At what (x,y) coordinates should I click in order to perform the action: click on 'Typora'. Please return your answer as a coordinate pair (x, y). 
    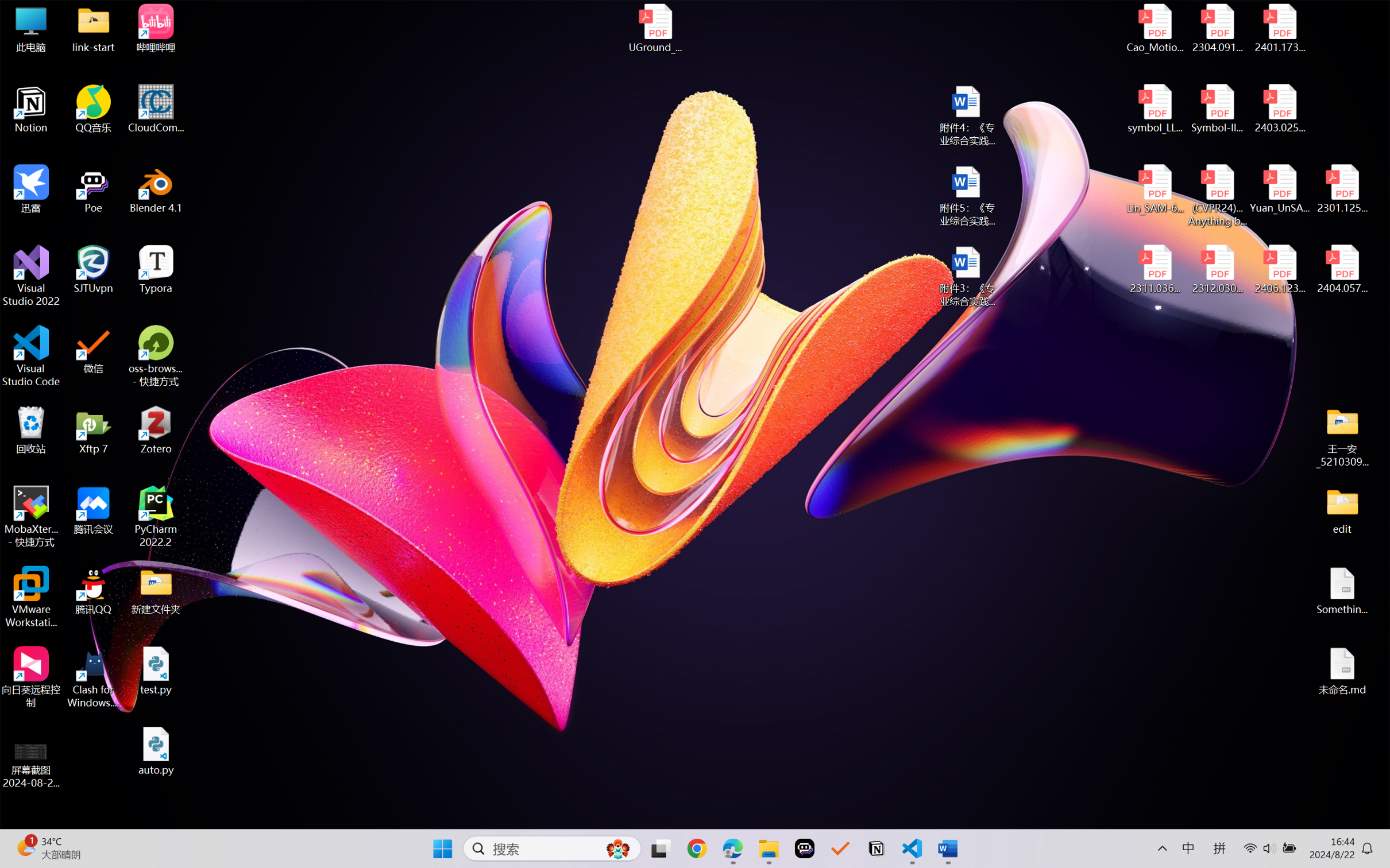
    Looking at the image, I should click on (156, 269).